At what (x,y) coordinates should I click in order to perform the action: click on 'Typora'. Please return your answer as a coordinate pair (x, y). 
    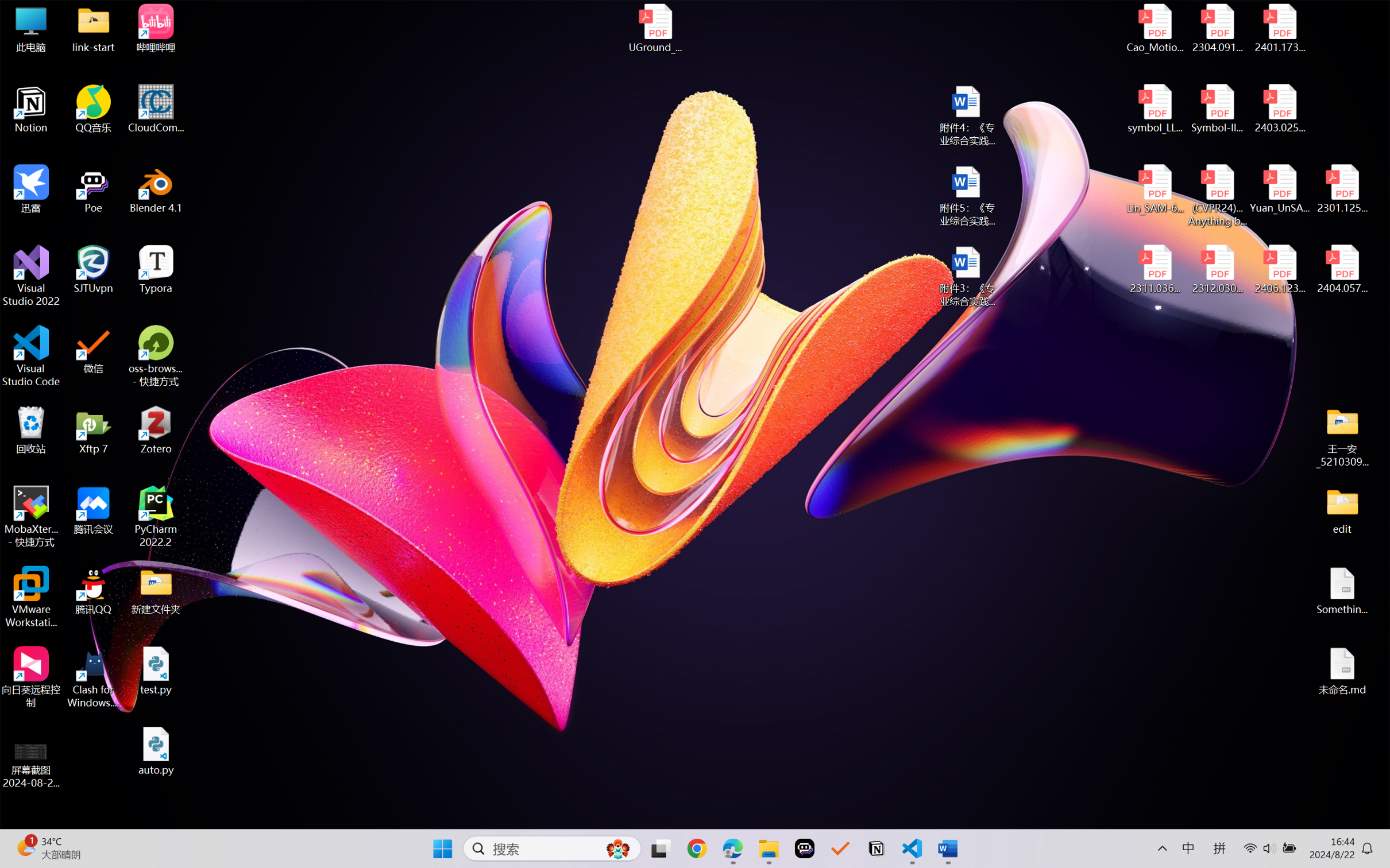
    Looking at the image, I should click on (156, 269).